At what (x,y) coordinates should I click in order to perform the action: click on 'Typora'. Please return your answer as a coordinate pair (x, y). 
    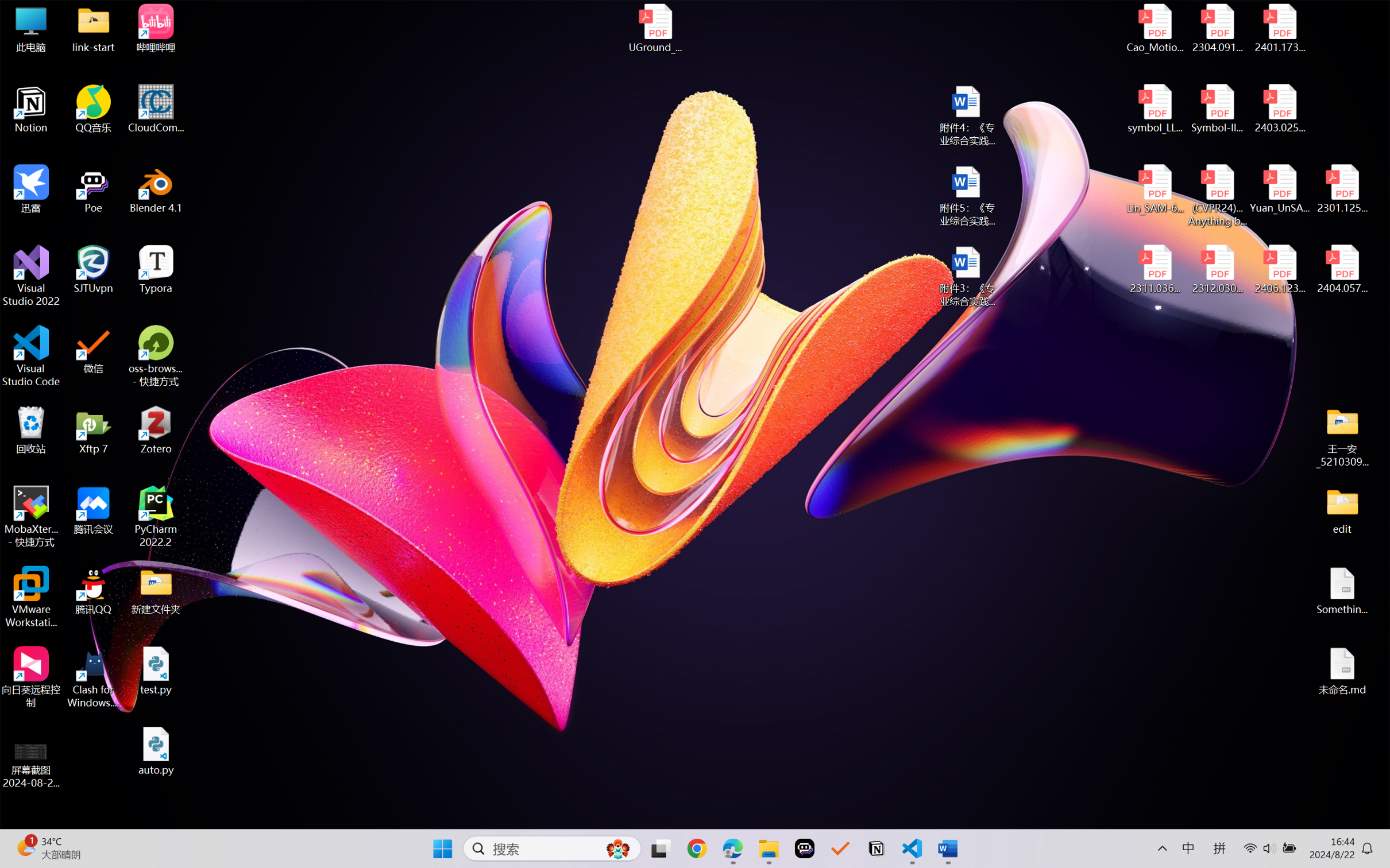
    Looking at the image, I should click on (156, 269).